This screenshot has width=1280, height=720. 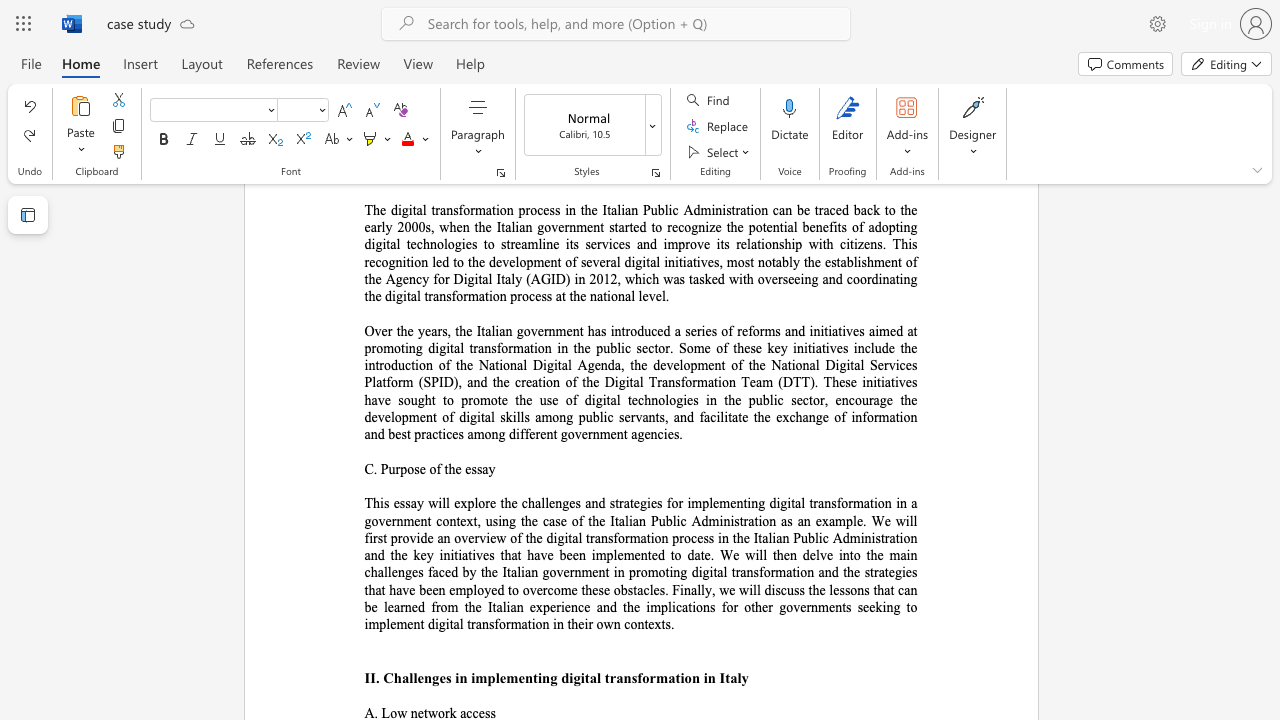 I want to click on the subset text "llenges faced by the Italian government in promoting digital transformatio" within the text "This essay will explore the challenges and strategies for implementing digital transformation in a government context, using the case of the Italian Public Administration as an example. We will first provide an overview of the digital transformation process in the Italian Public Administration and the key initiatives that have been implemented to date. We will then delve into the main challenges faced by the Italian government in promoting digital transformation and the strategies that have been employed to", so click(x=383, y=572).